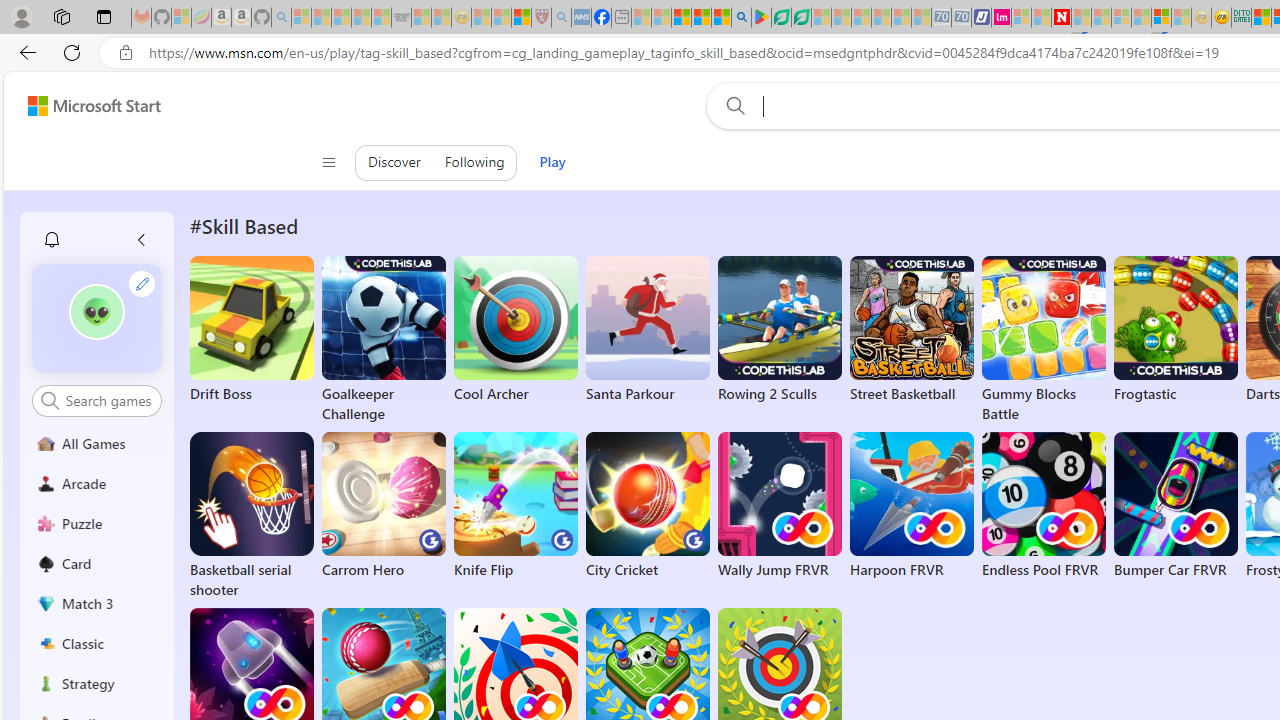  I want to click on 'City Cricket', so click(648, 505).